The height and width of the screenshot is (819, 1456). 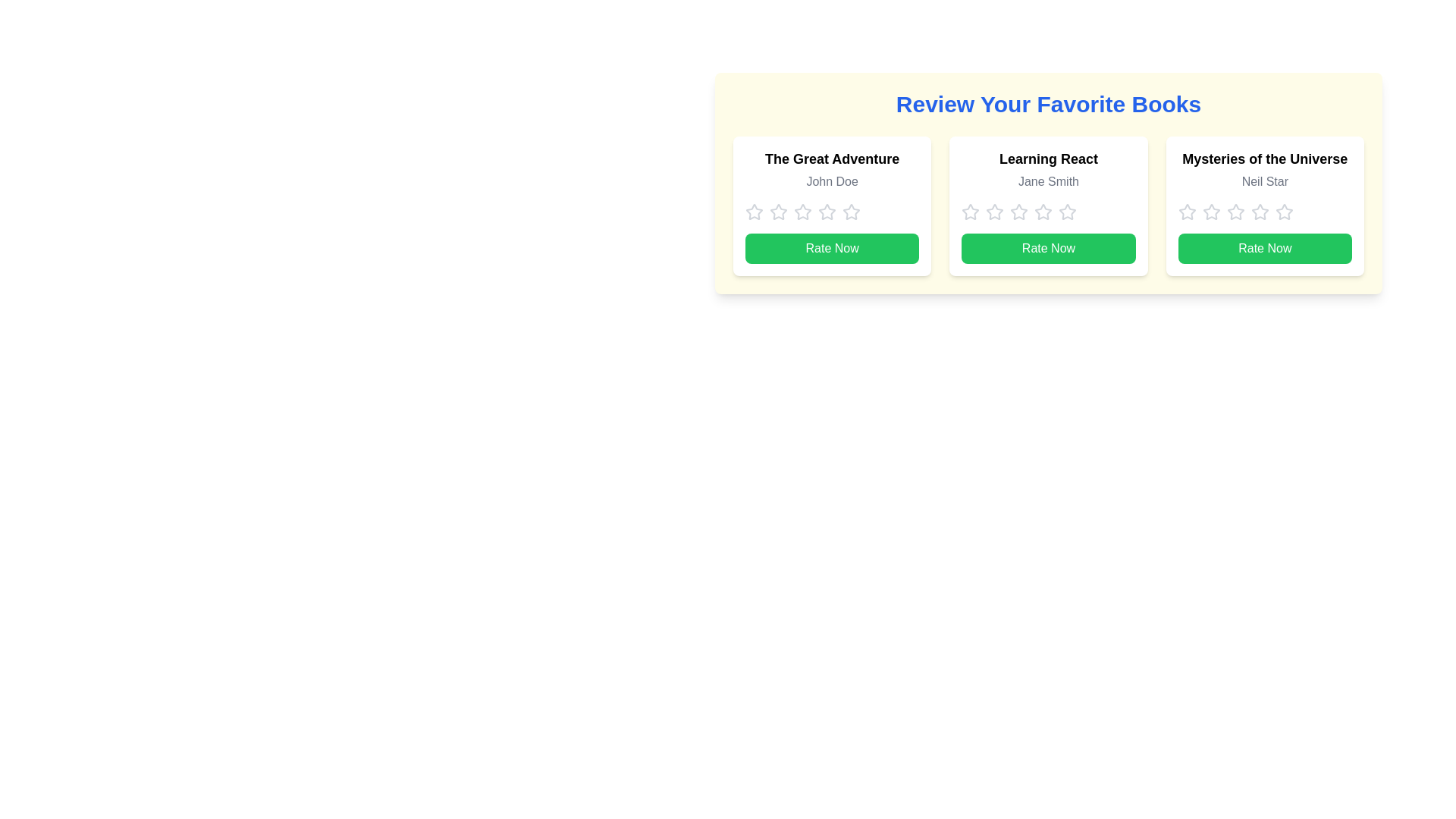 What do you see at coordinates (1260, 212) in the screenshot?
I see `the fifth star icon in the rating component for the book 'Mysteries of the Universe'` at bounding box center [1260, 212].